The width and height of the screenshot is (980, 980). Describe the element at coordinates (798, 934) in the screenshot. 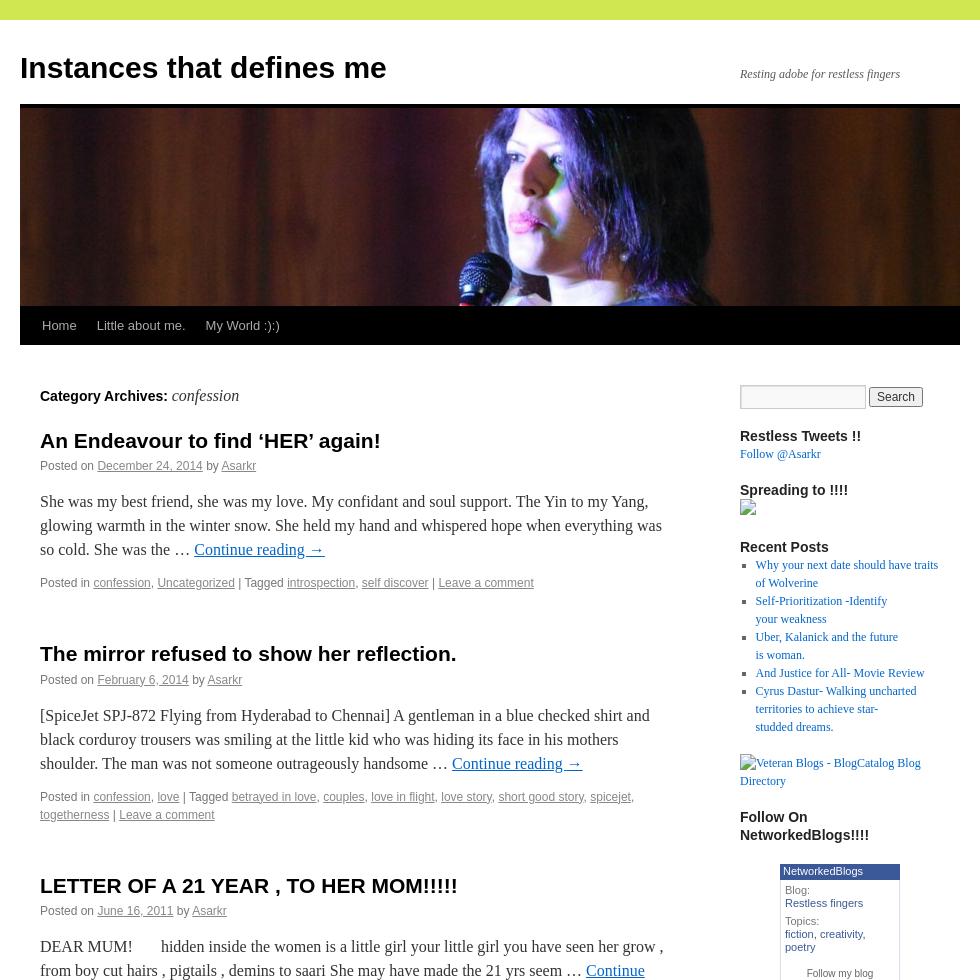

I see `'fiction'` at that location.